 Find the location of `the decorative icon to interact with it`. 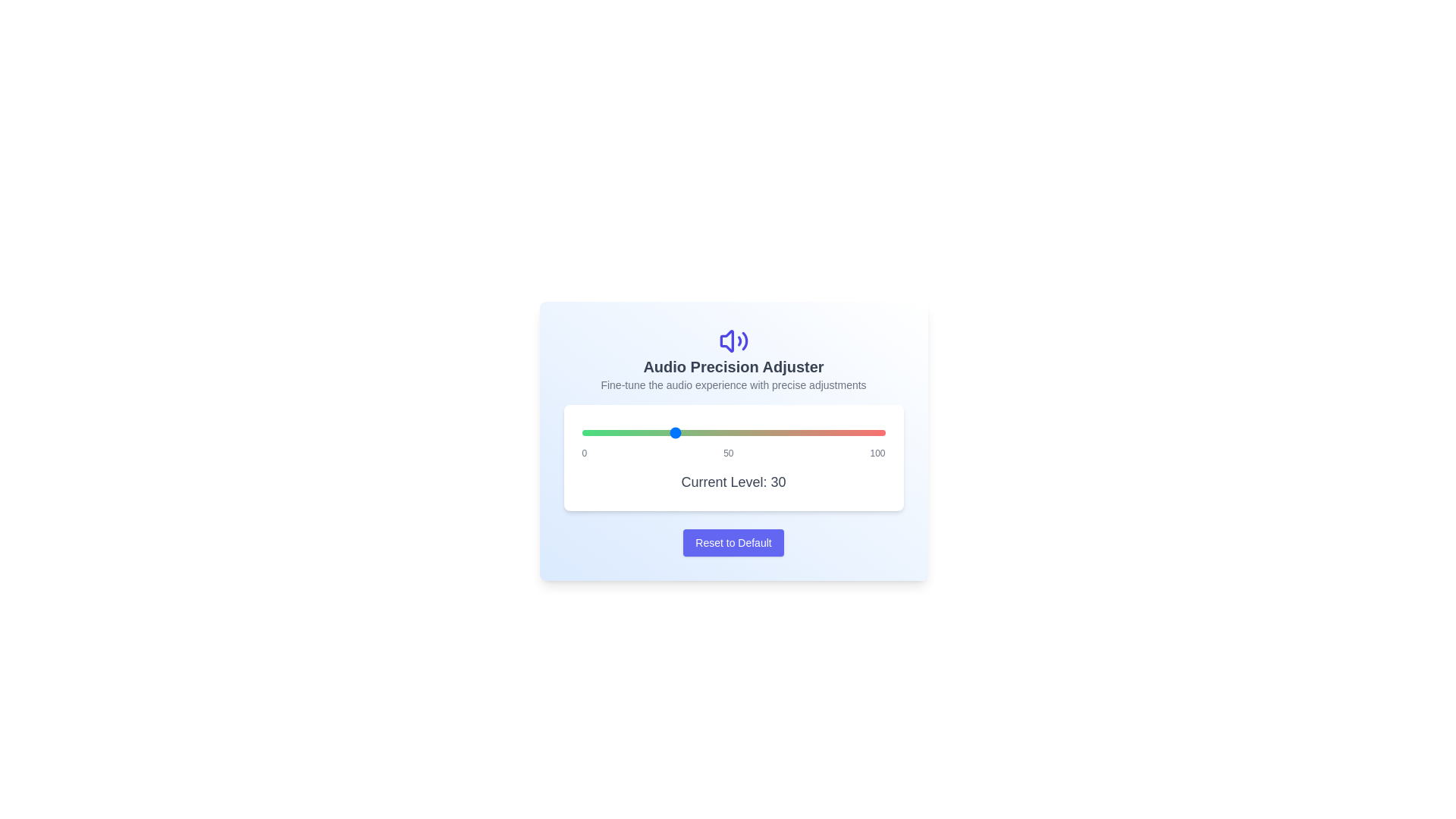

the decorative icon to interact with it is located at coordinates (733, 341).